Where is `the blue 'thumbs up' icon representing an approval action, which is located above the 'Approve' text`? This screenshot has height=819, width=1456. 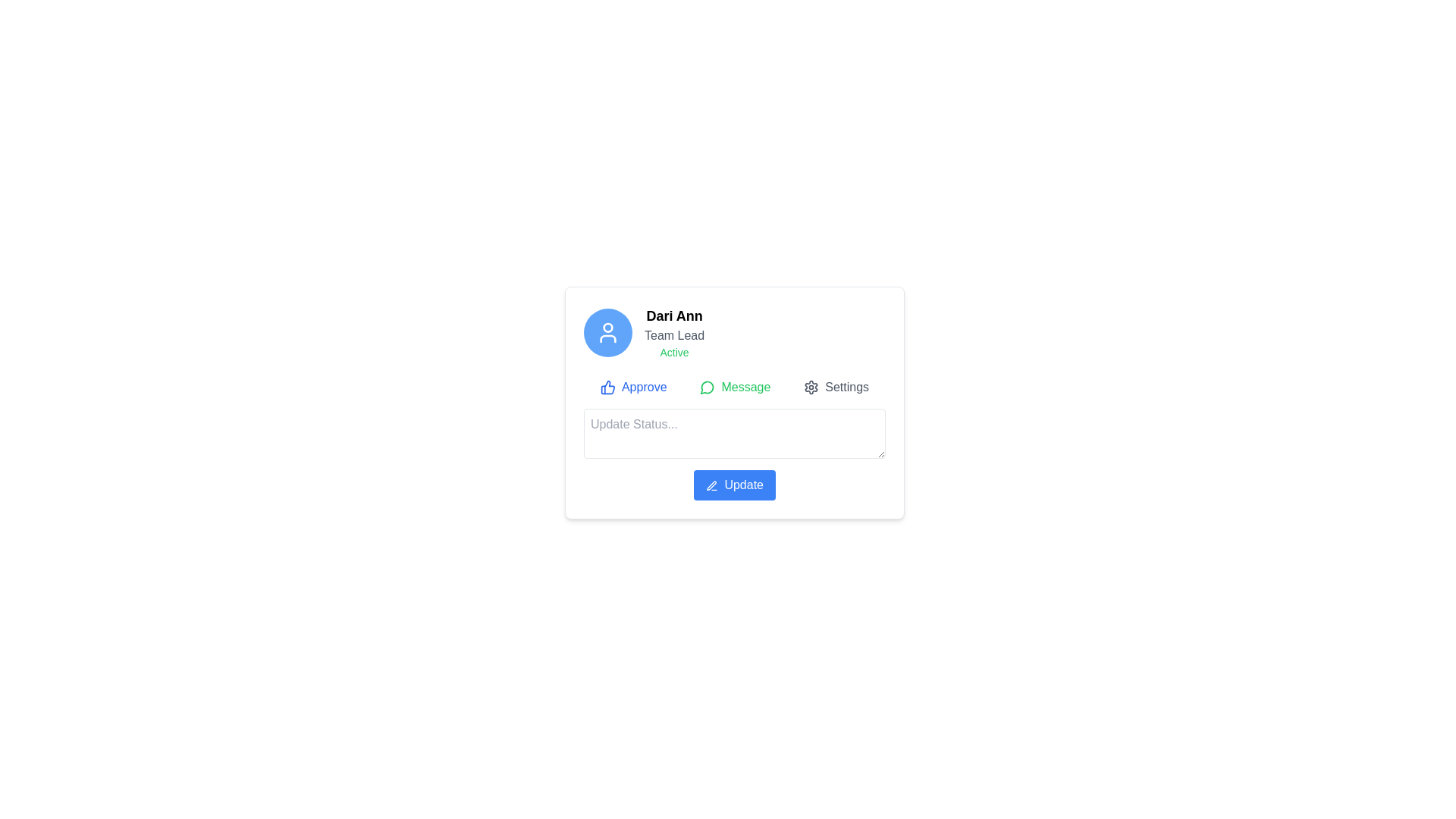 the blue 'thumbs up' icon representing an approval action, which is located above the 'Approve' text is located at coordinates (607, 386).